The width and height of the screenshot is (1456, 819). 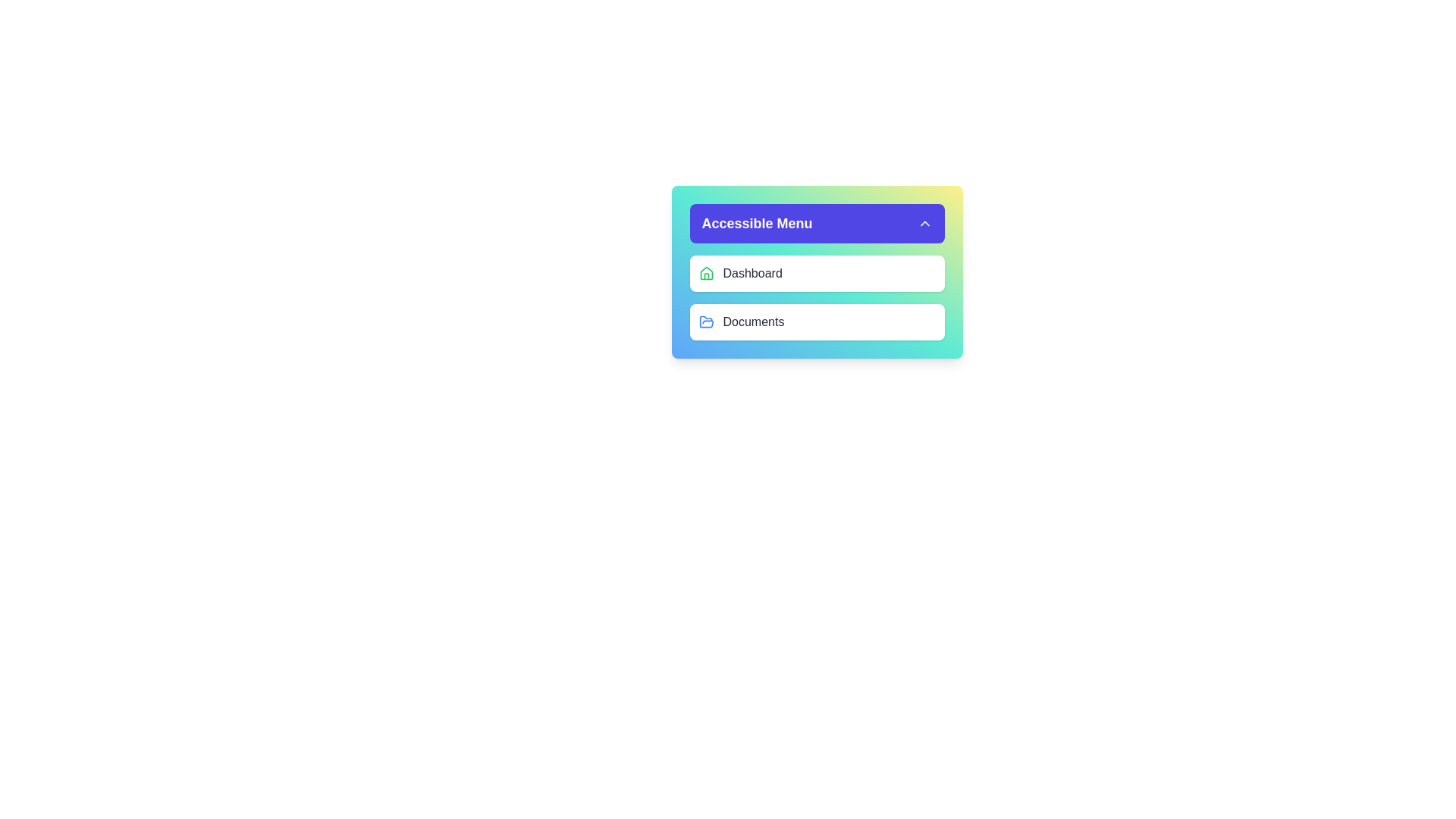 I want to click on the green house icon that serves as the visual label for the 'Dashboard' menu item, located to the left of the text 'Dashboard', so click(x=705, y=274).